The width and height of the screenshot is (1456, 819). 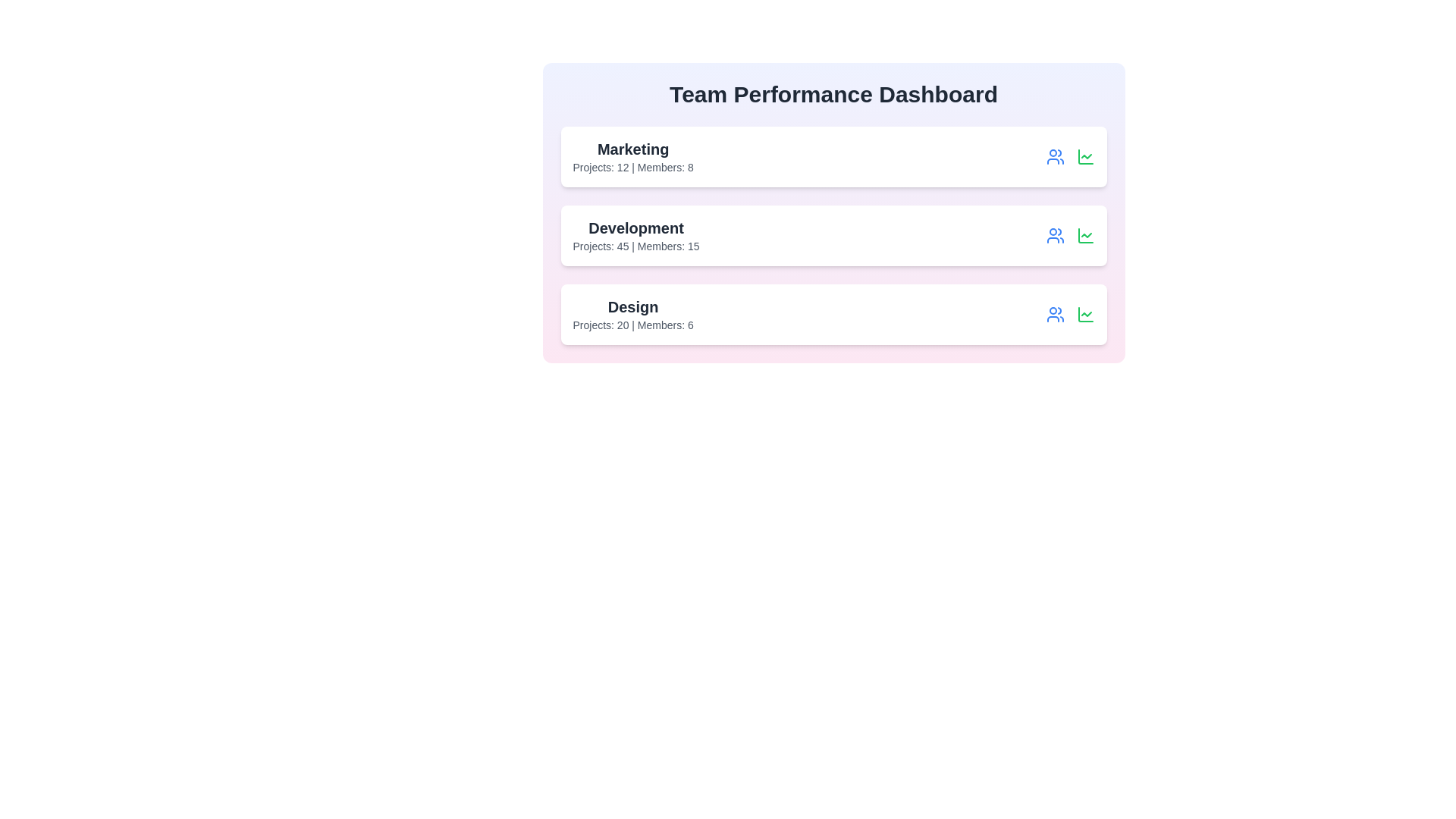 I want to click on the chart icon for Development statistics, so click(x=1084, y=236).